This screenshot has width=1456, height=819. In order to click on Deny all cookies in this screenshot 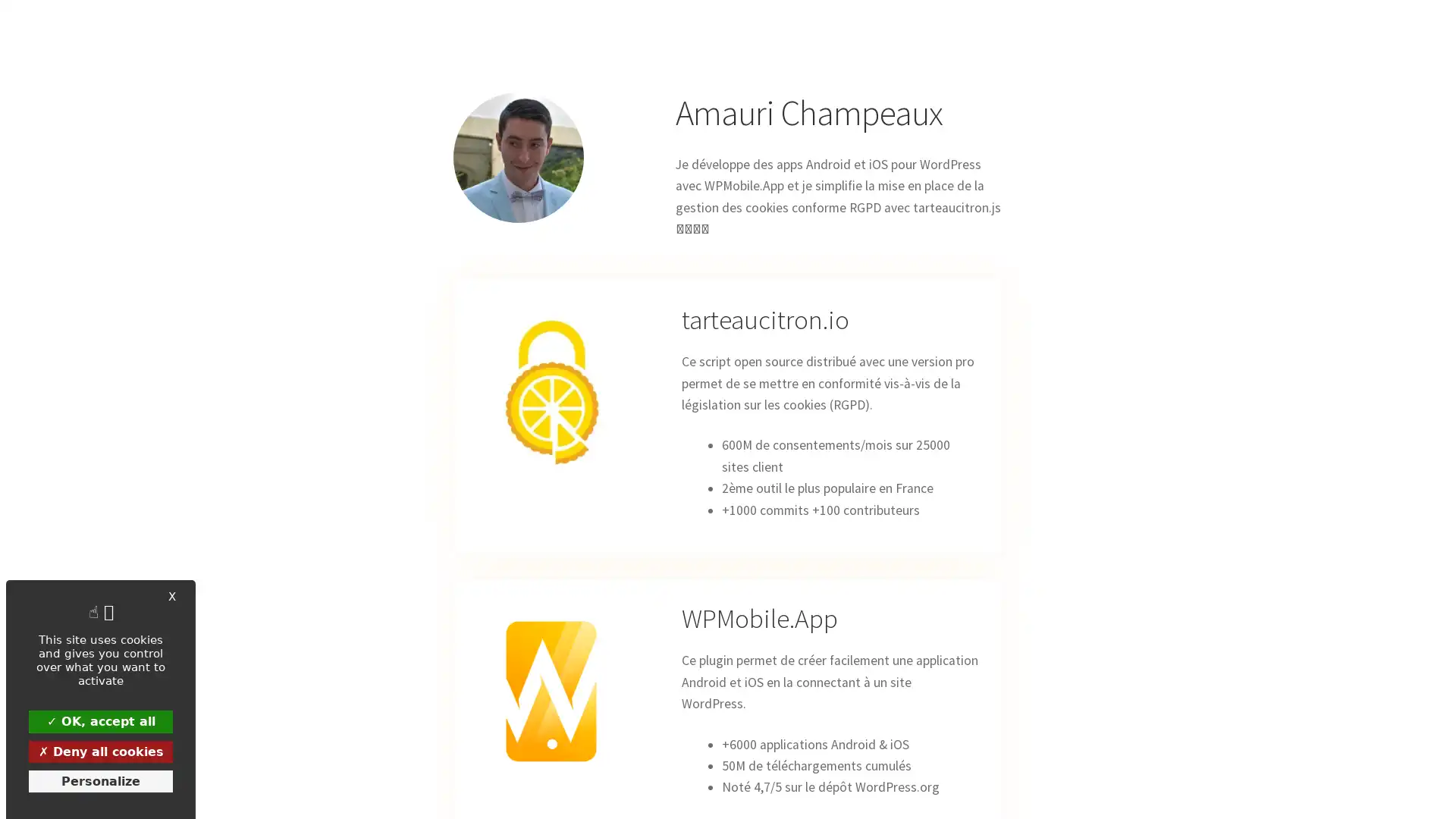, I will do `click(100, 751)`.